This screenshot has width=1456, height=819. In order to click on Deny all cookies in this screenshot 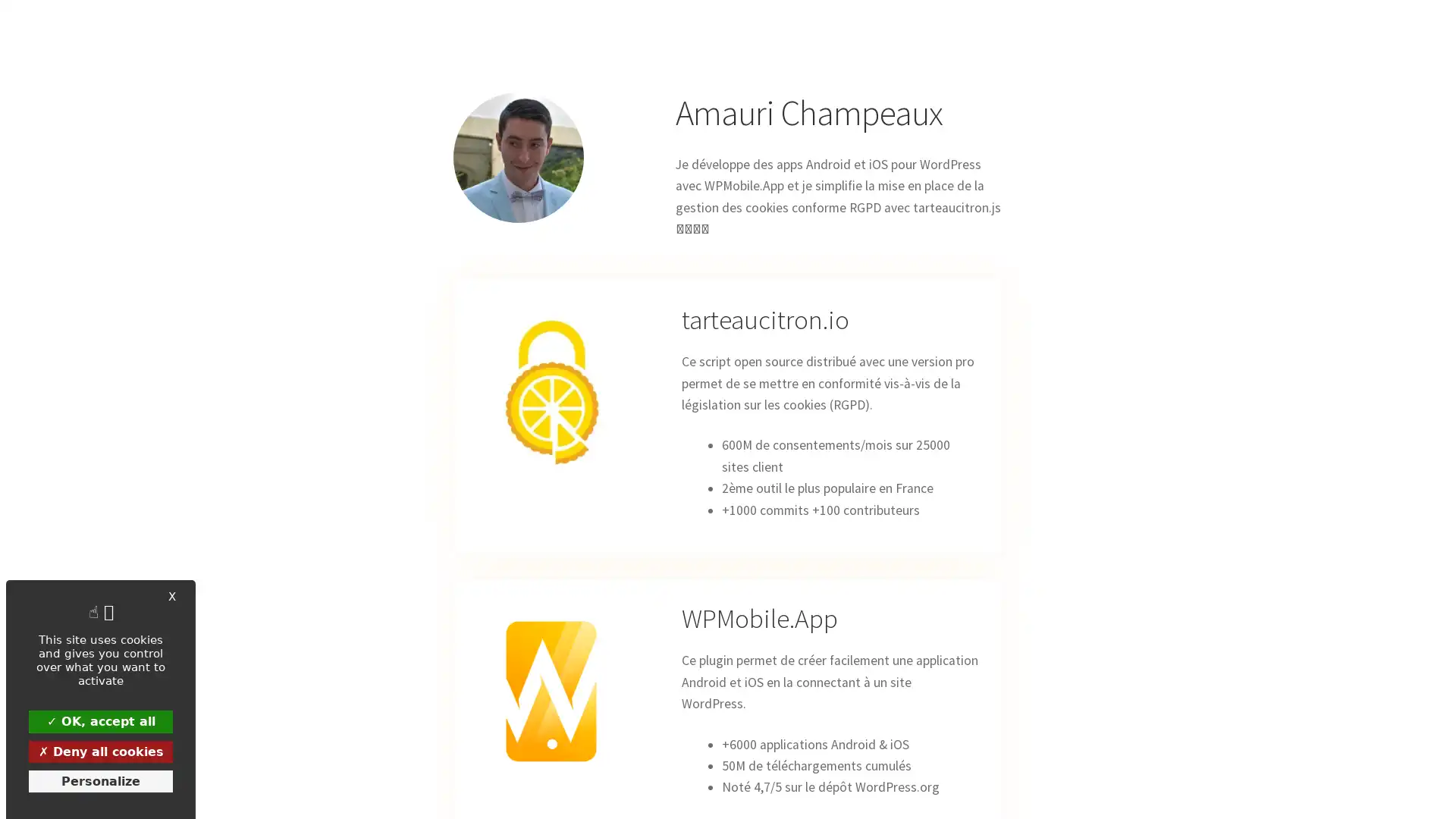, I will do `click(100, 751)`.